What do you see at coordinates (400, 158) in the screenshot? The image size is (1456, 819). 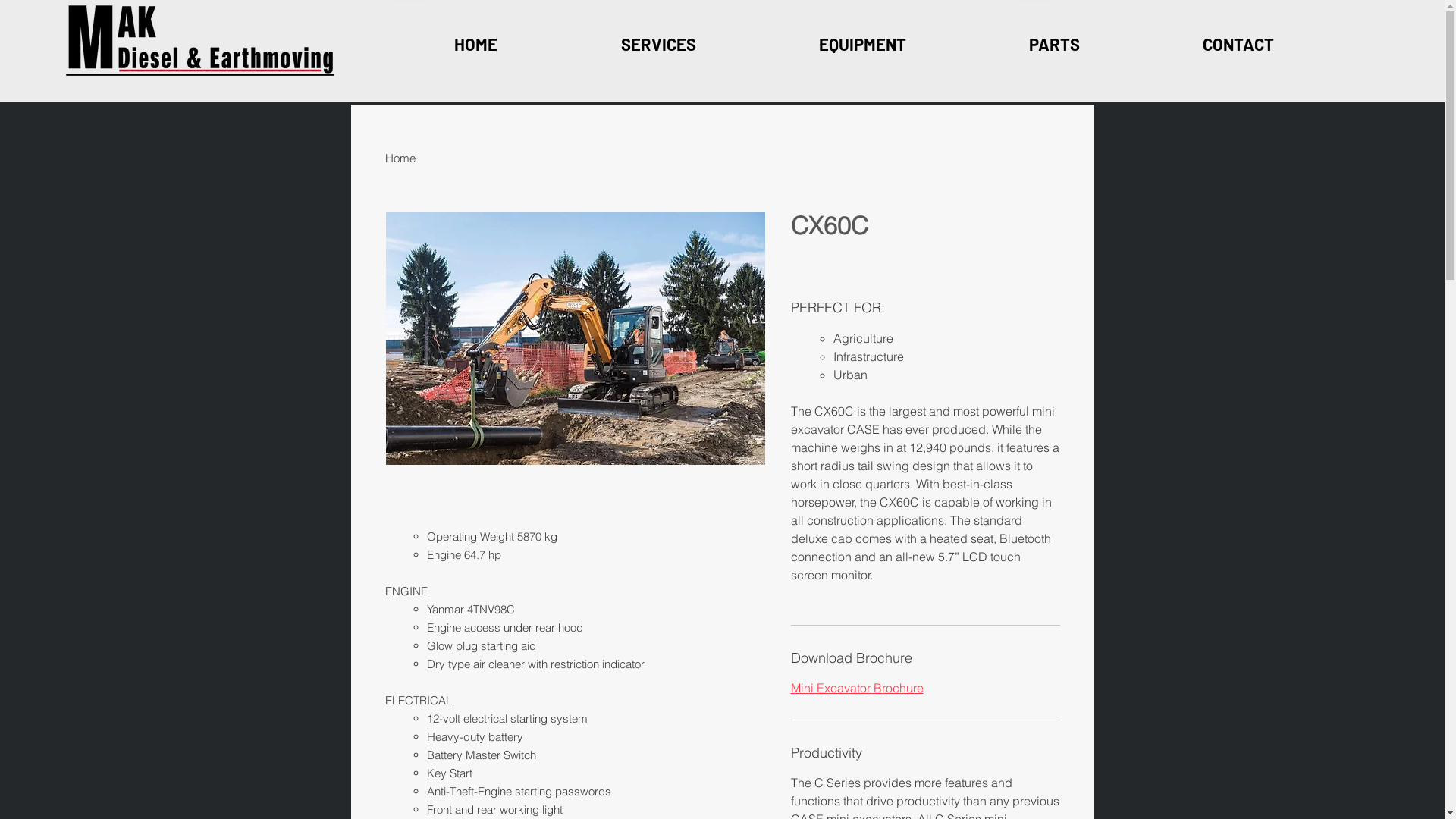 I see `'Home'` at bounding box center [400, 158].